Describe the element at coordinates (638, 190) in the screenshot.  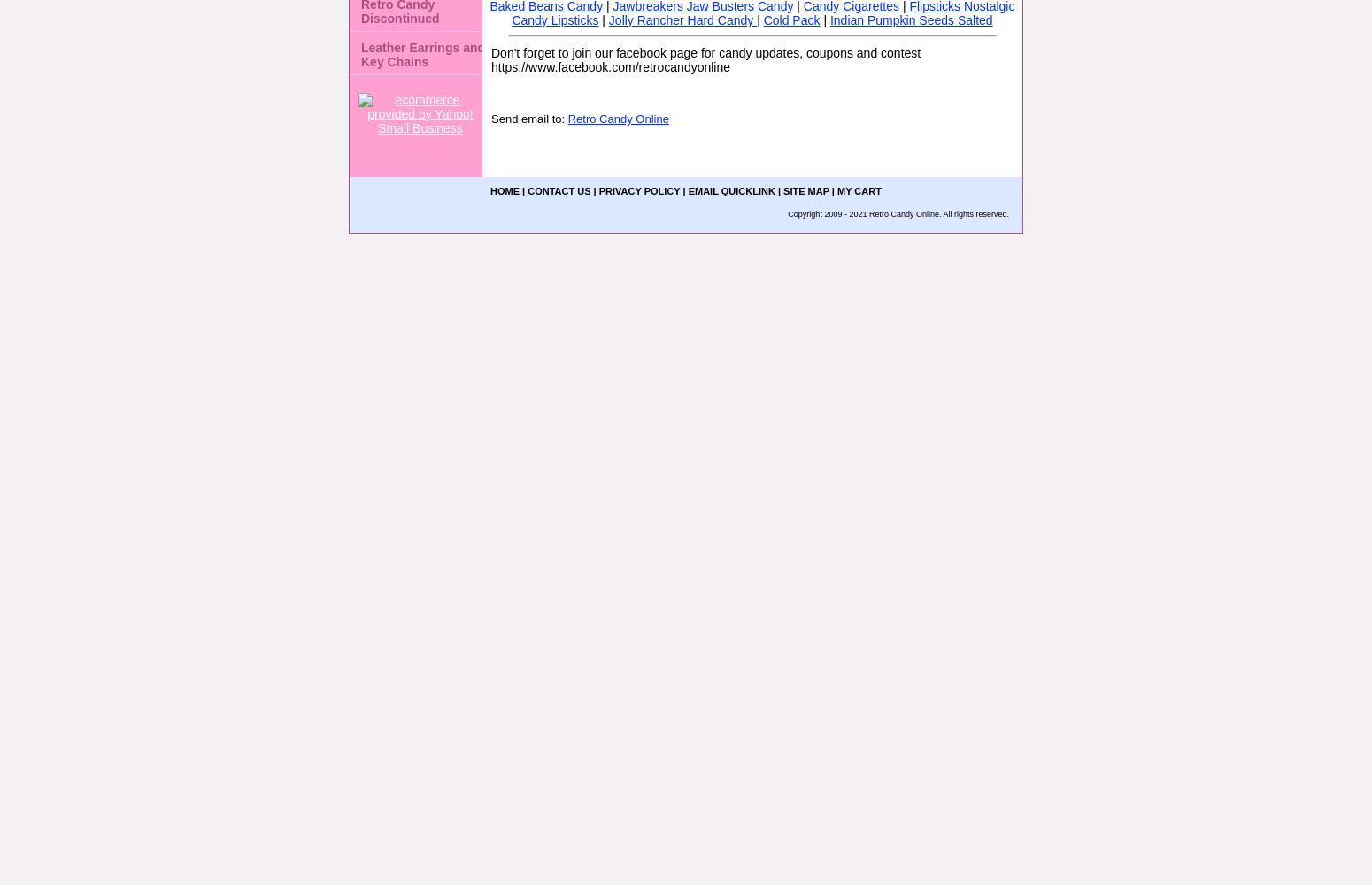
I see `'Privacy Policy'` at that location.